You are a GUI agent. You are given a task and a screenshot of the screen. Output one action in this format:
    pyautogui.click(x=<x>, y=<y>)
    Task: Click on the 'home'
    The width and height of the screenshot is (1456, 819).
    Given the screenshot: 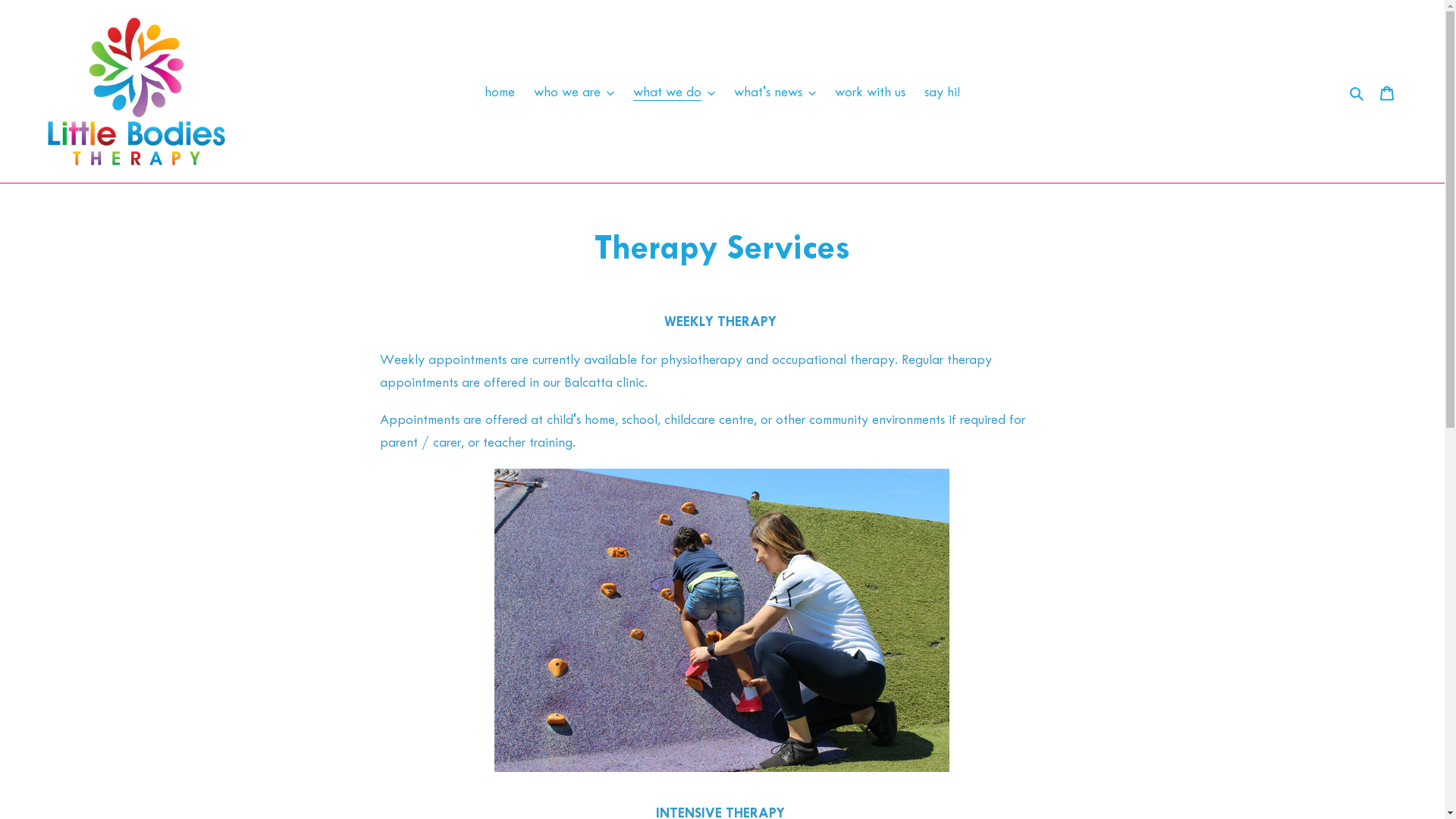 What is the action you would take?
    pyautogui.click(x=499, y=91)
    